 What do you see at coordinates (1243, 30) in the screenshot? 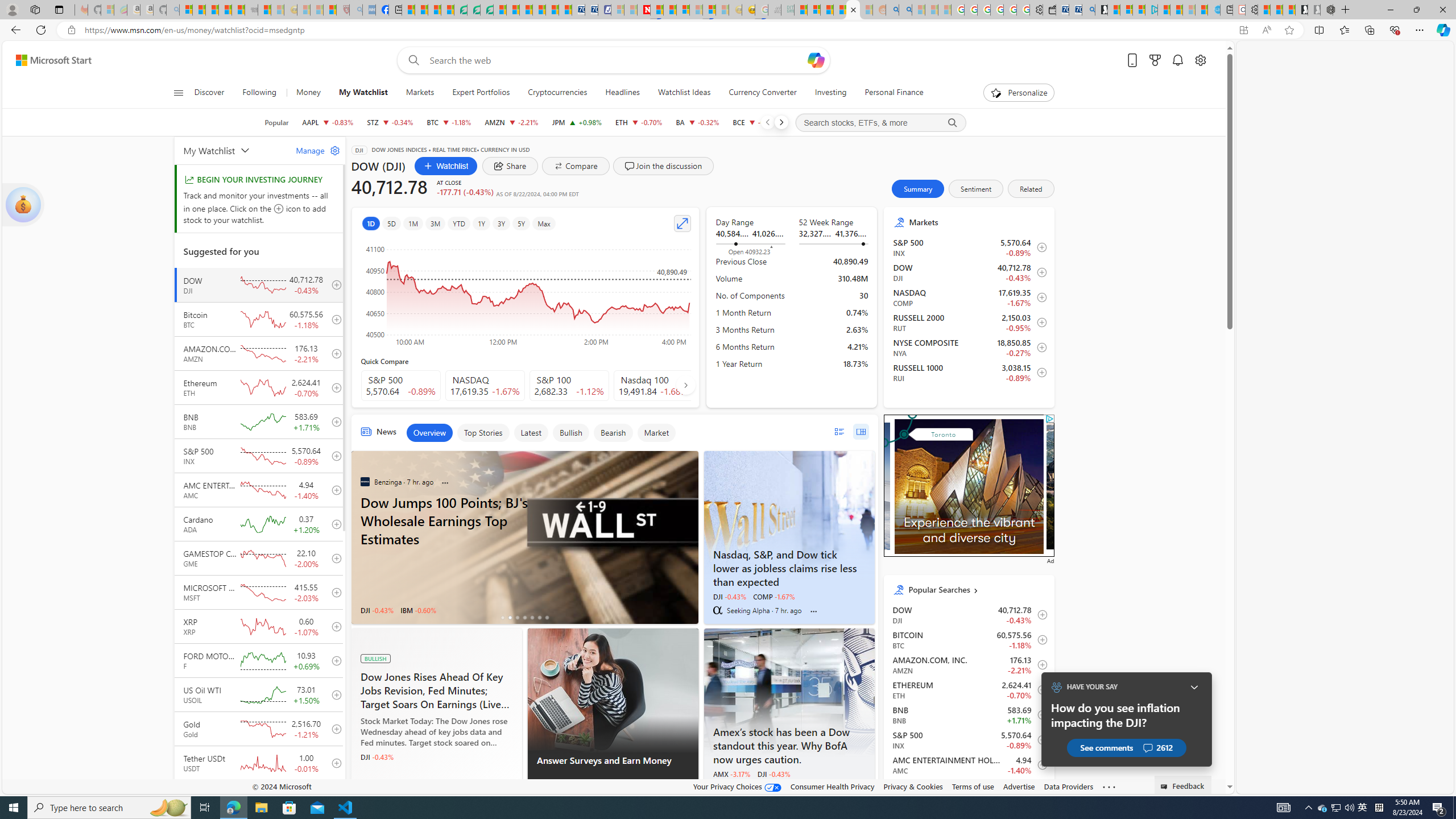
I see `'App available. Install Start Money'` at bounding box center [1243, 30].